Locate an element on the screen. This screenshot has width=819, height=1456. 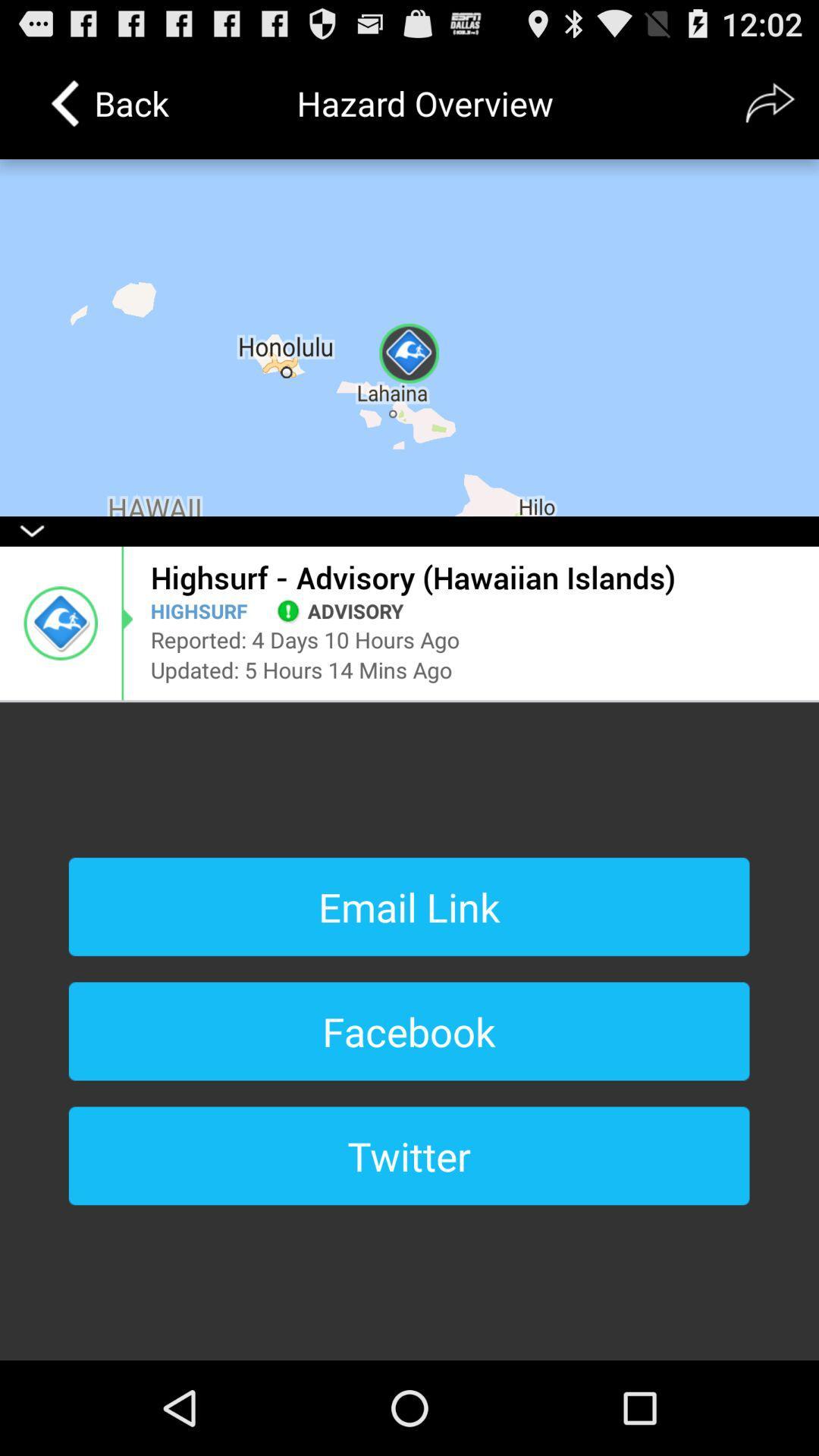
the button named as email link is located at coordinates (409, 906).